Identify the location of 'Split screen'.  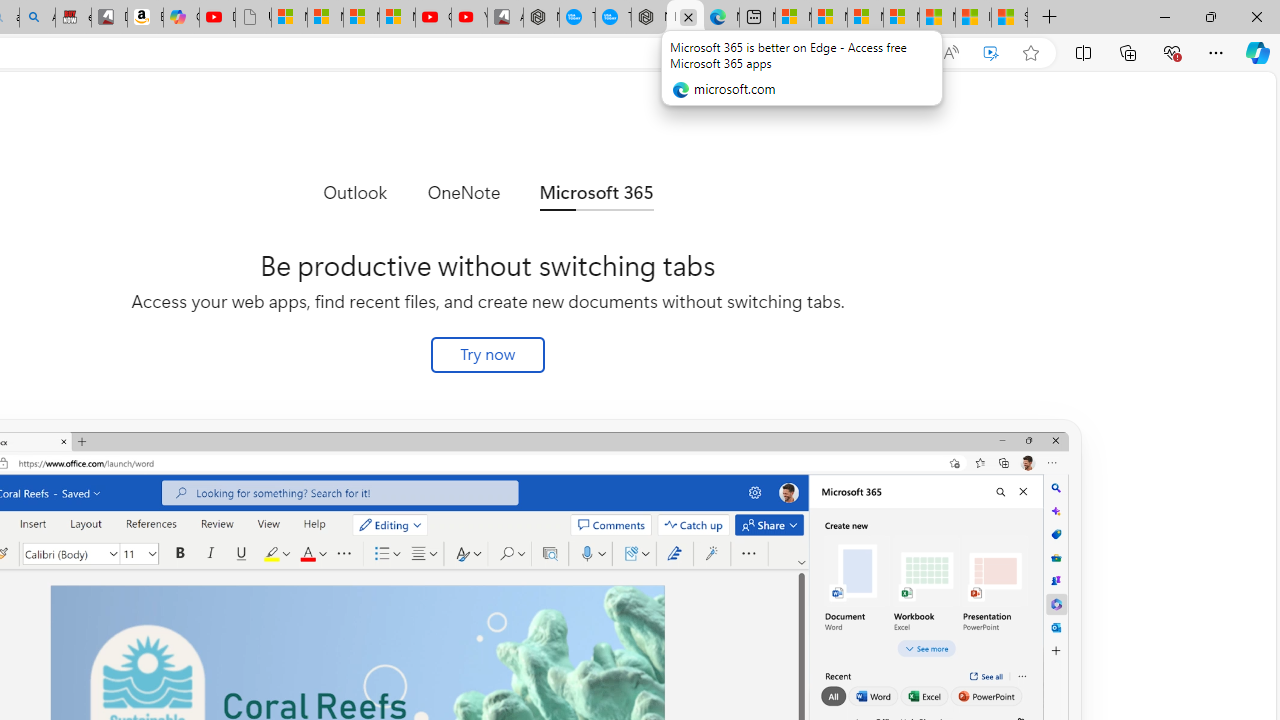
(1082, 51).